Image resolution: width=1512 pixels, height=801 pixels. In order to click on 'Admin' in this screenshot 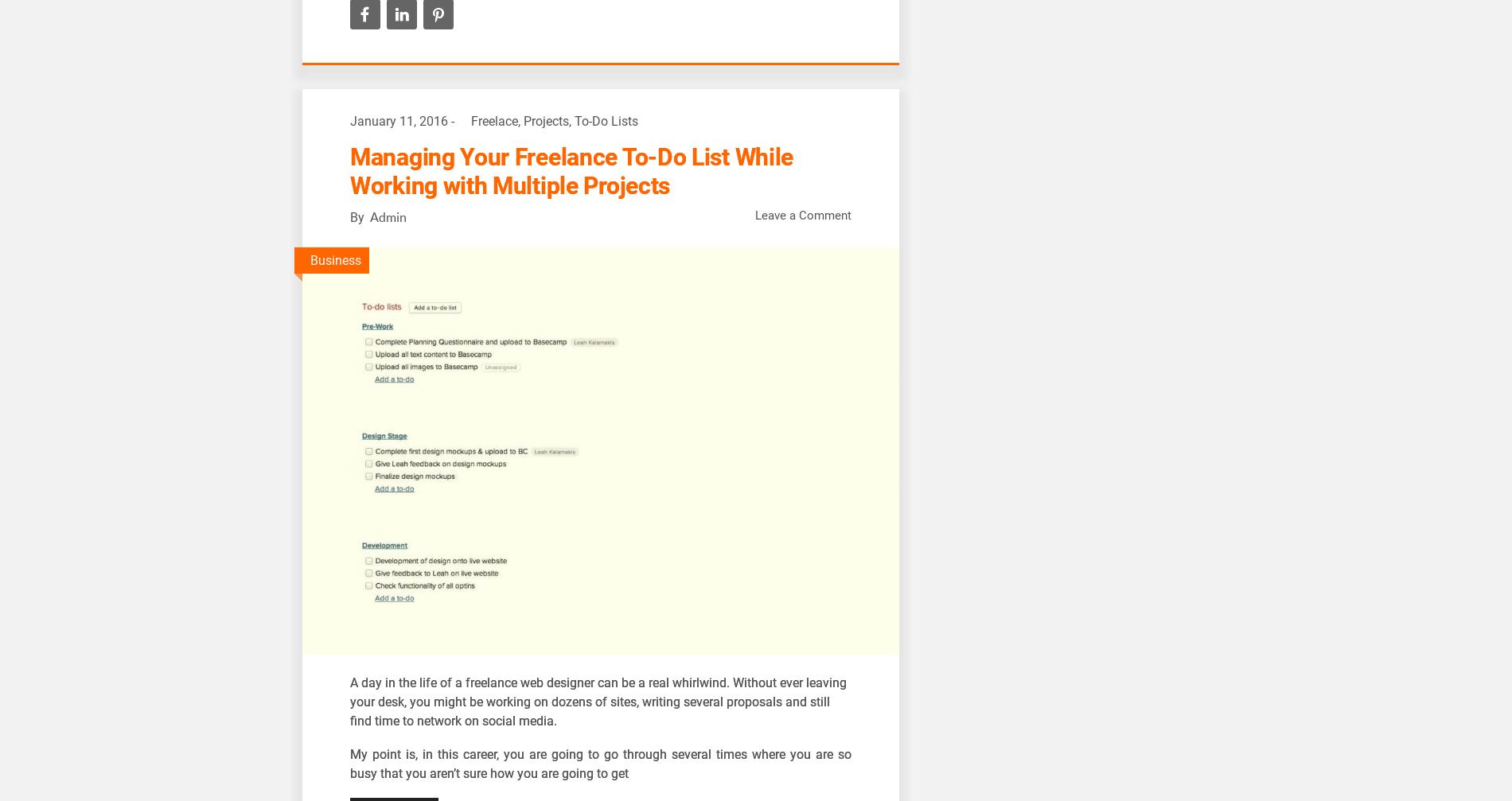, I will do `click(388, 216)`.